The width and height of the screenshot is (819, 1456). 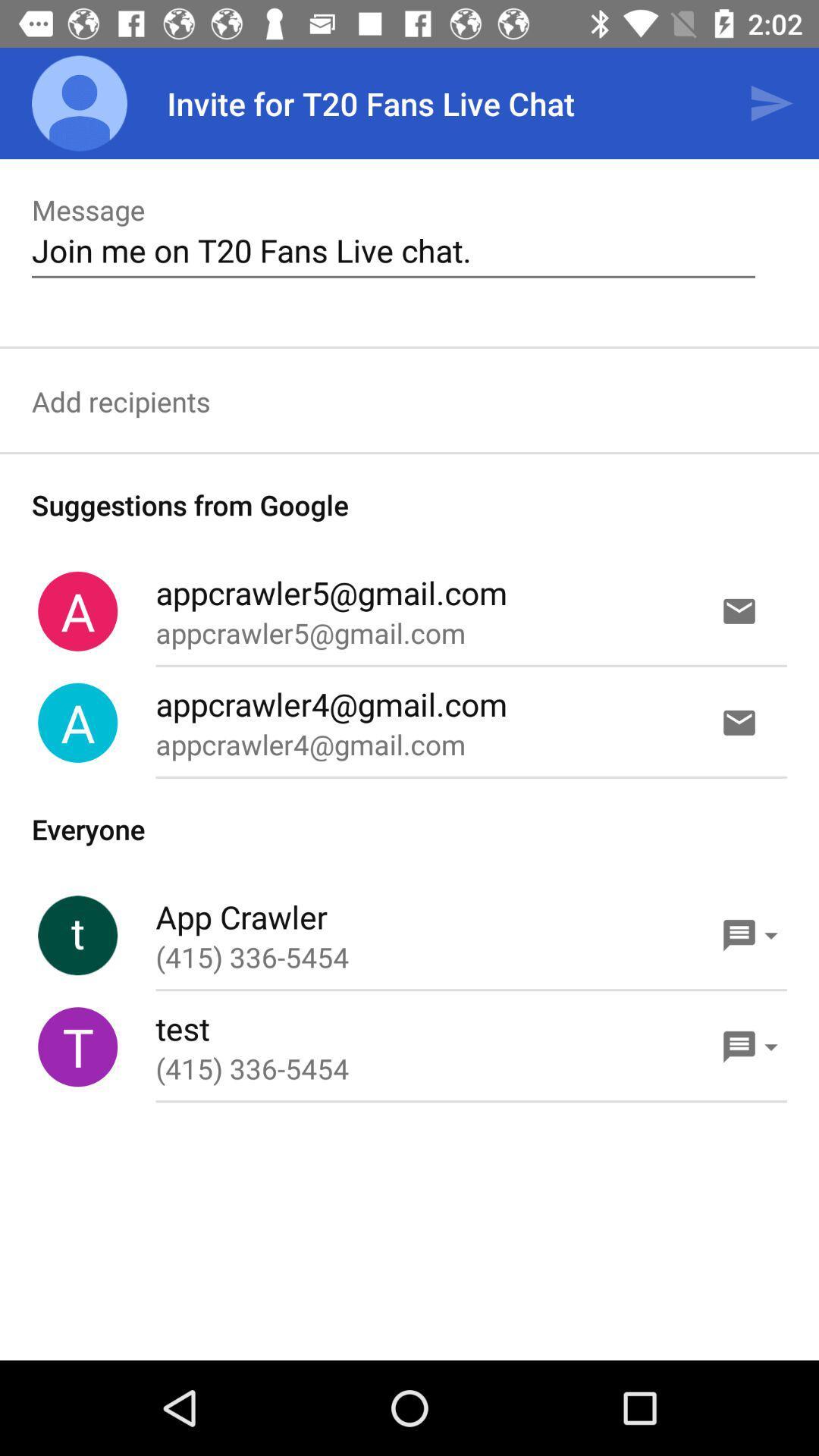 What do you see at coordinates (771, 102) in the screenshot?
I see `the icon next to invite for t20 item` at bounding box center [771, 102].